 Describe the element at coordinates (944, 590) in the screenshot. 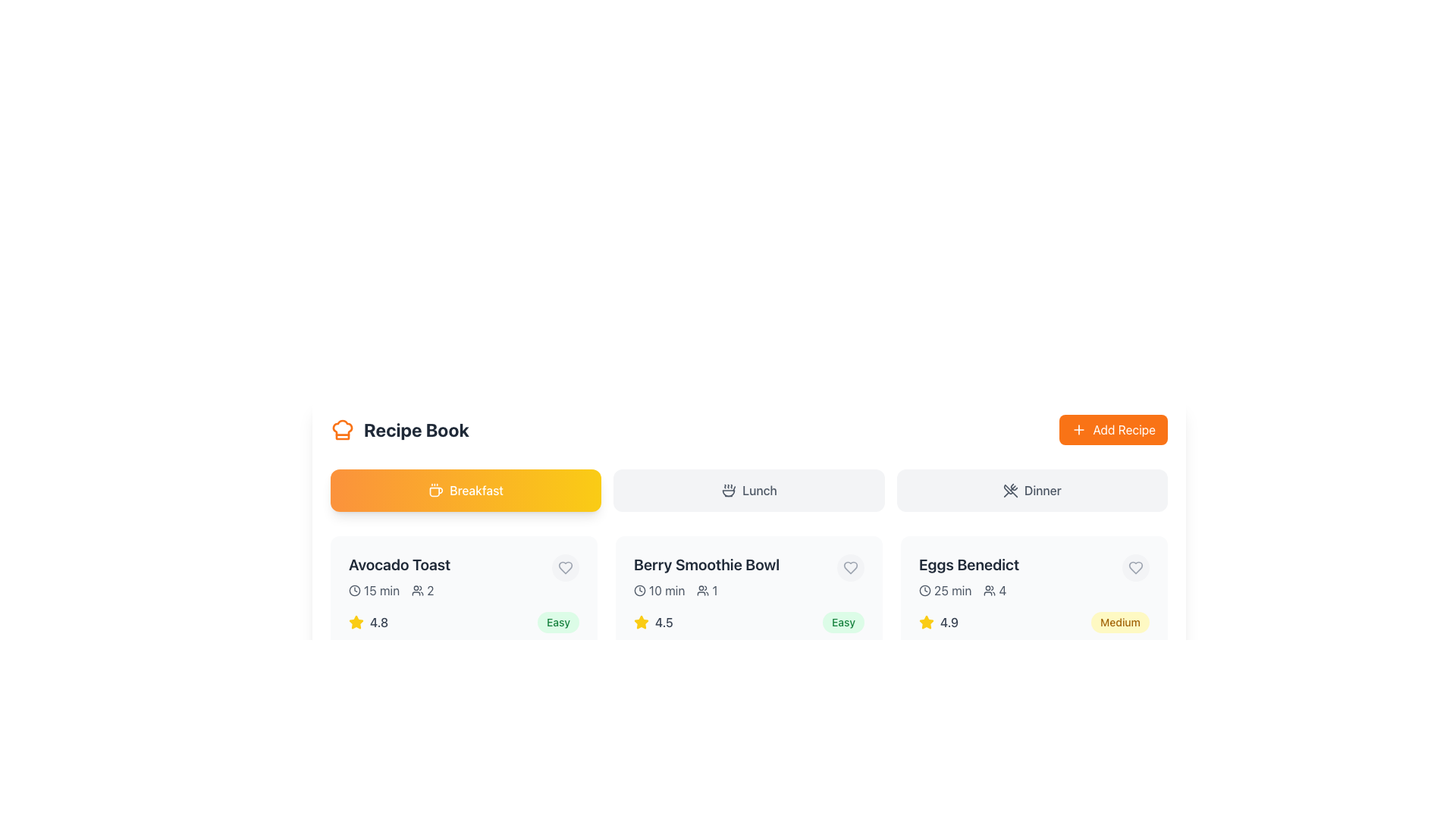

I see `the label with an icon and text that indicates the estimated preparation time for the recipe in the details section of the third recipe card, positioned to the left of the user count indicator '4'` at that location.